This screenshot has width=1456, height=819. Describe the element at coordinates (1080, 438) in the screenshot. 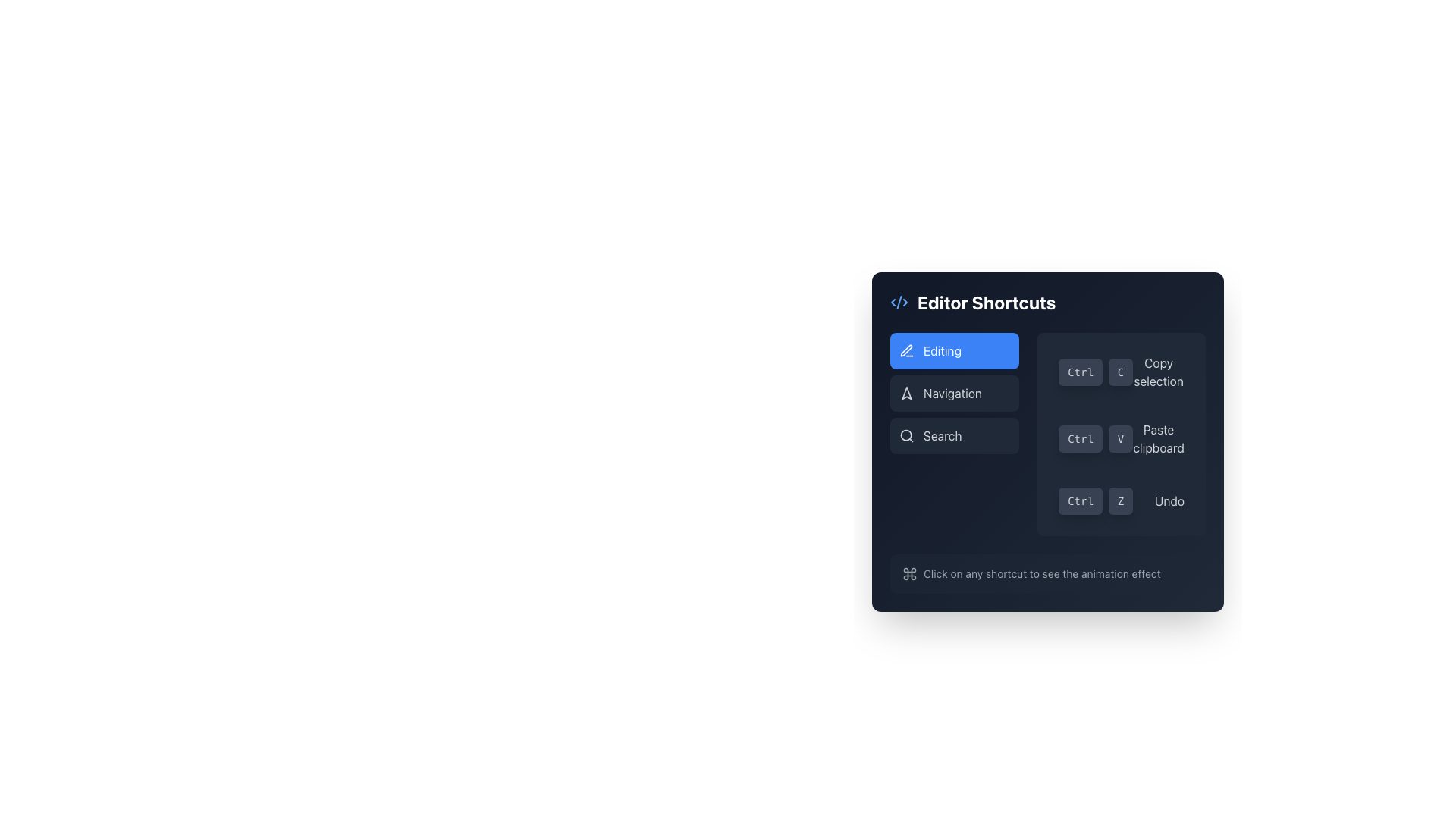

I see `the button-like label with the text 'Ctrl', which is styled with a gray background and rounded corners, located centrally in the shortcut display panel` at that location.